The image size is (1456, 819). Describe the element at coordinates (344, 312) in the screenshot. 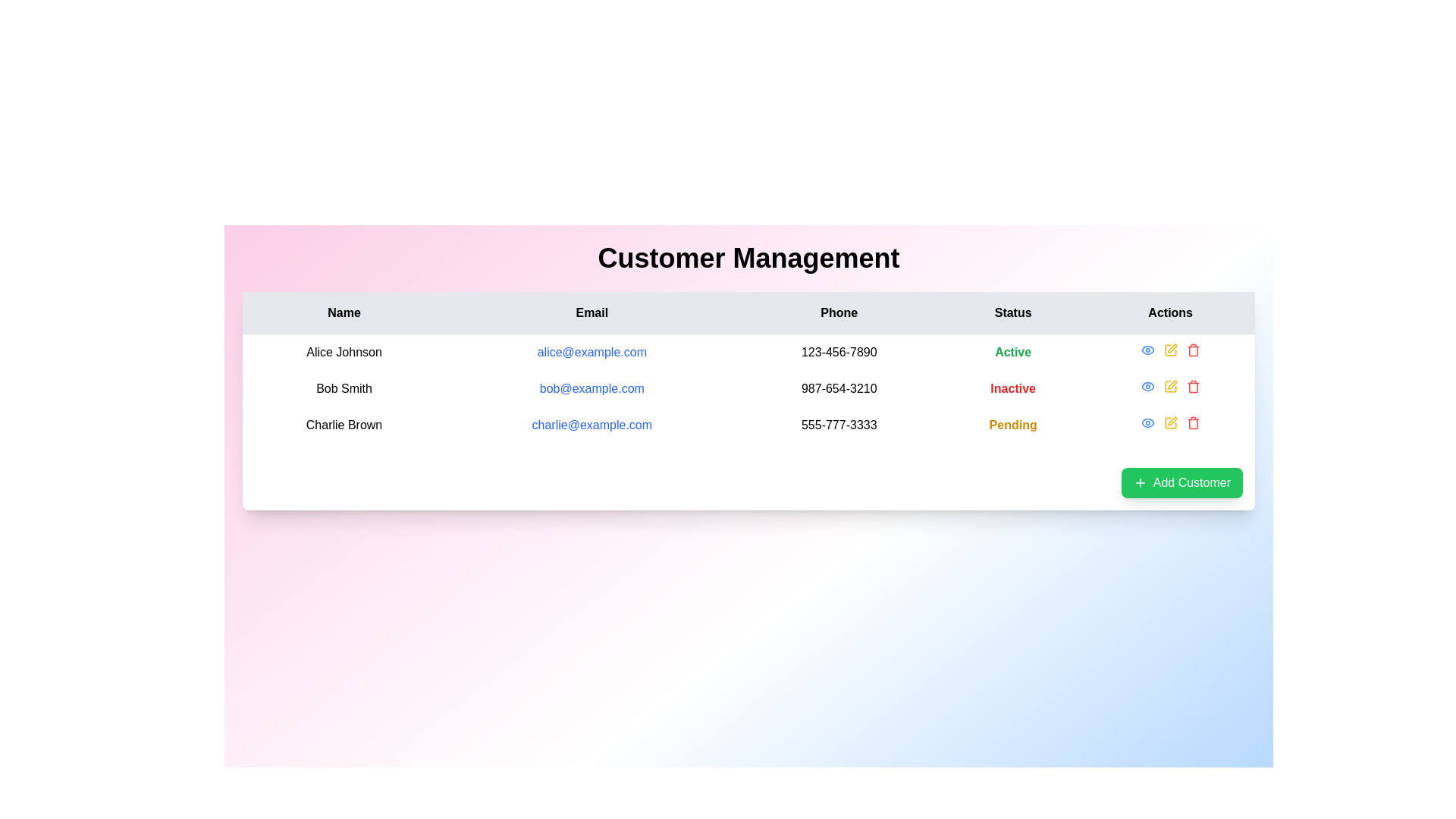

I see `the Table Header Cell for user names, which is the first header in the row, to facilitate interaction with adjacent elements titled 'Email', 'Phone', 'Status', and 'Actions'` at that location.